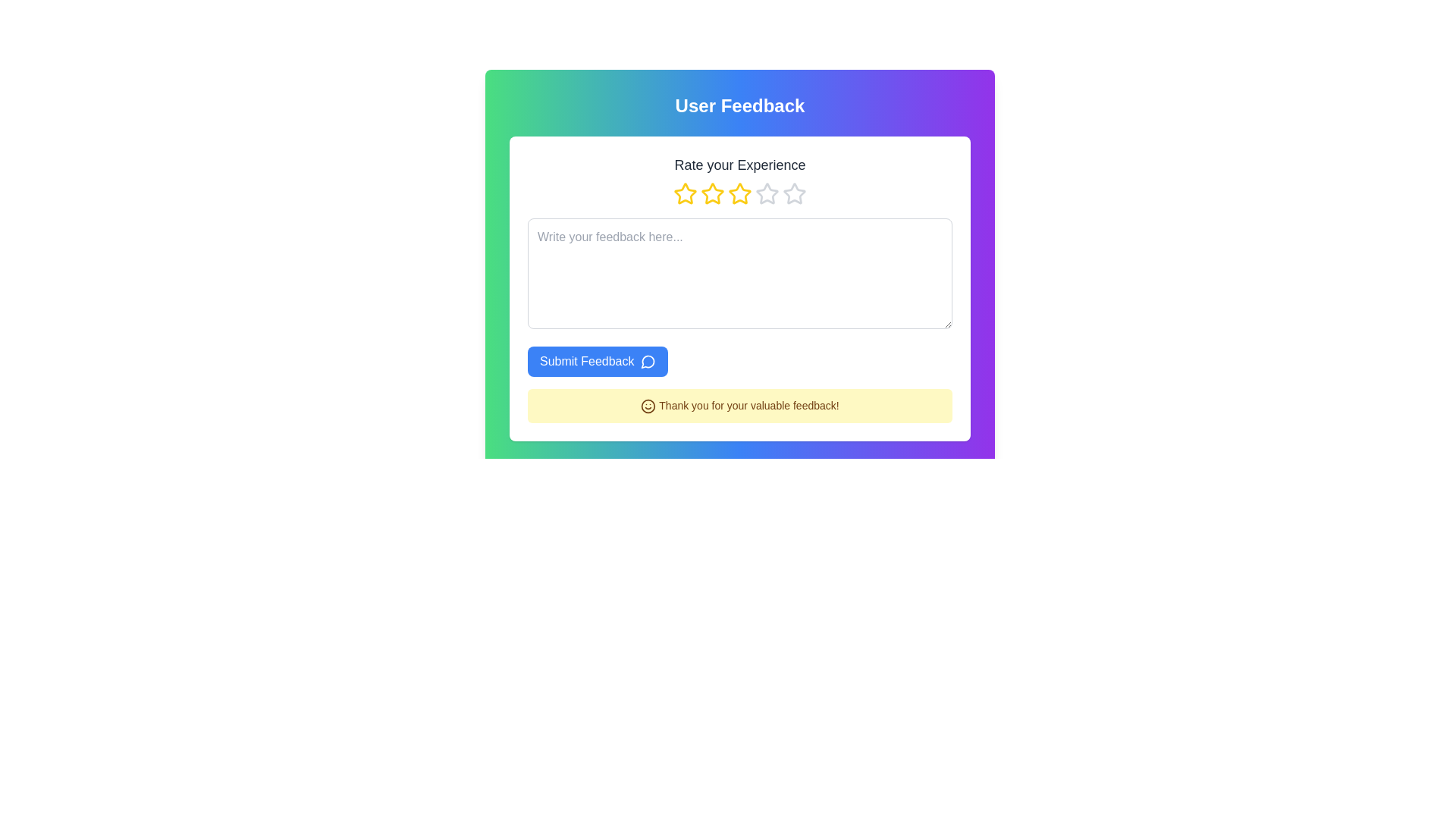 This screenshot has height=819, width=1456. Describe the element at coordinates (792, 192) in the screenshot. I see `the fifth star in the horizontal arrangement of five stars to rate your experience, located in the 'Rate your Experience' box` at that location.